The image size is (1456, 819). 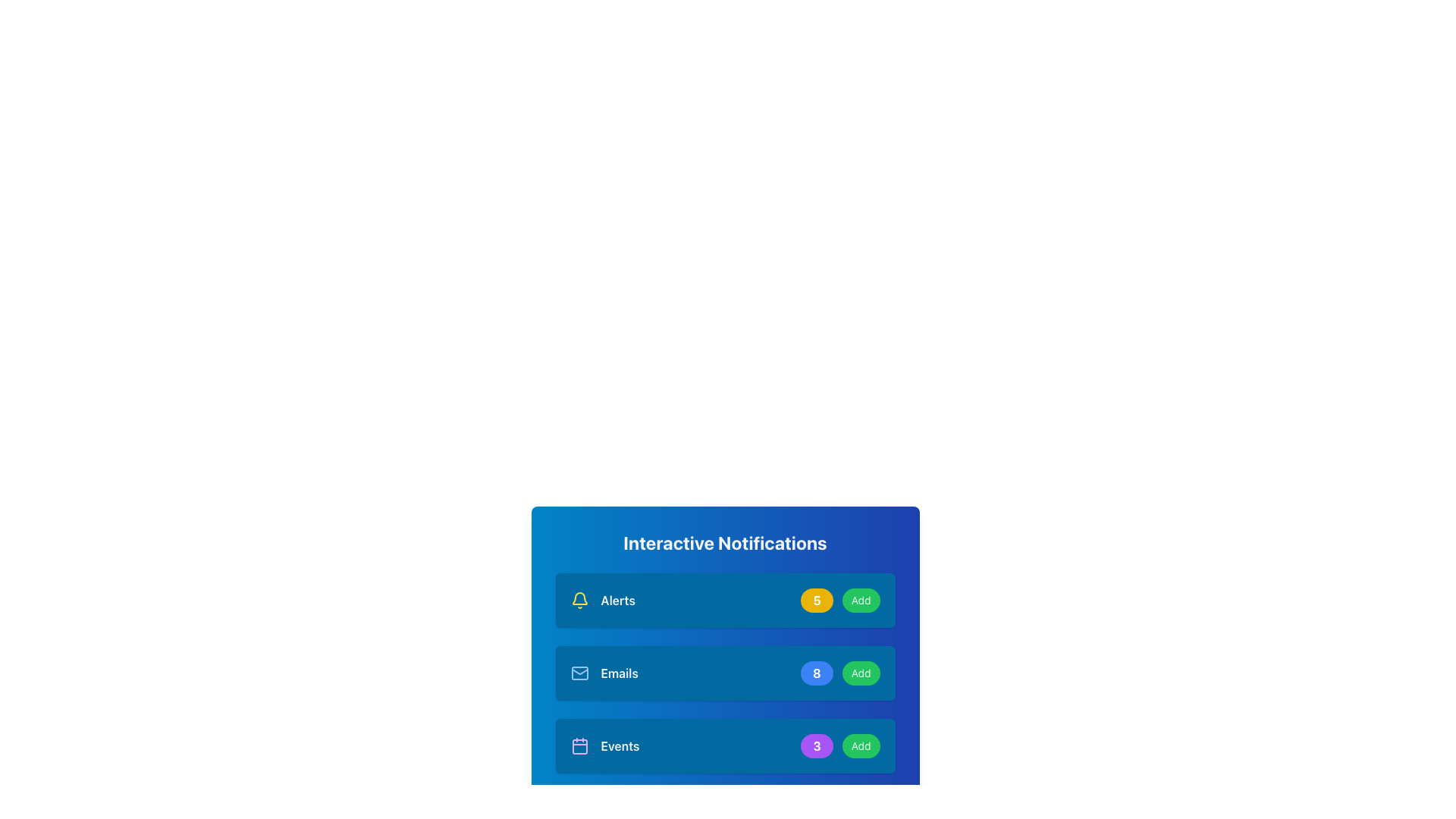 I want to click on the 'add' button located in the last row of the list, positioned far right next to the purple circular element containing the number '3', so click(x=861, y=745).